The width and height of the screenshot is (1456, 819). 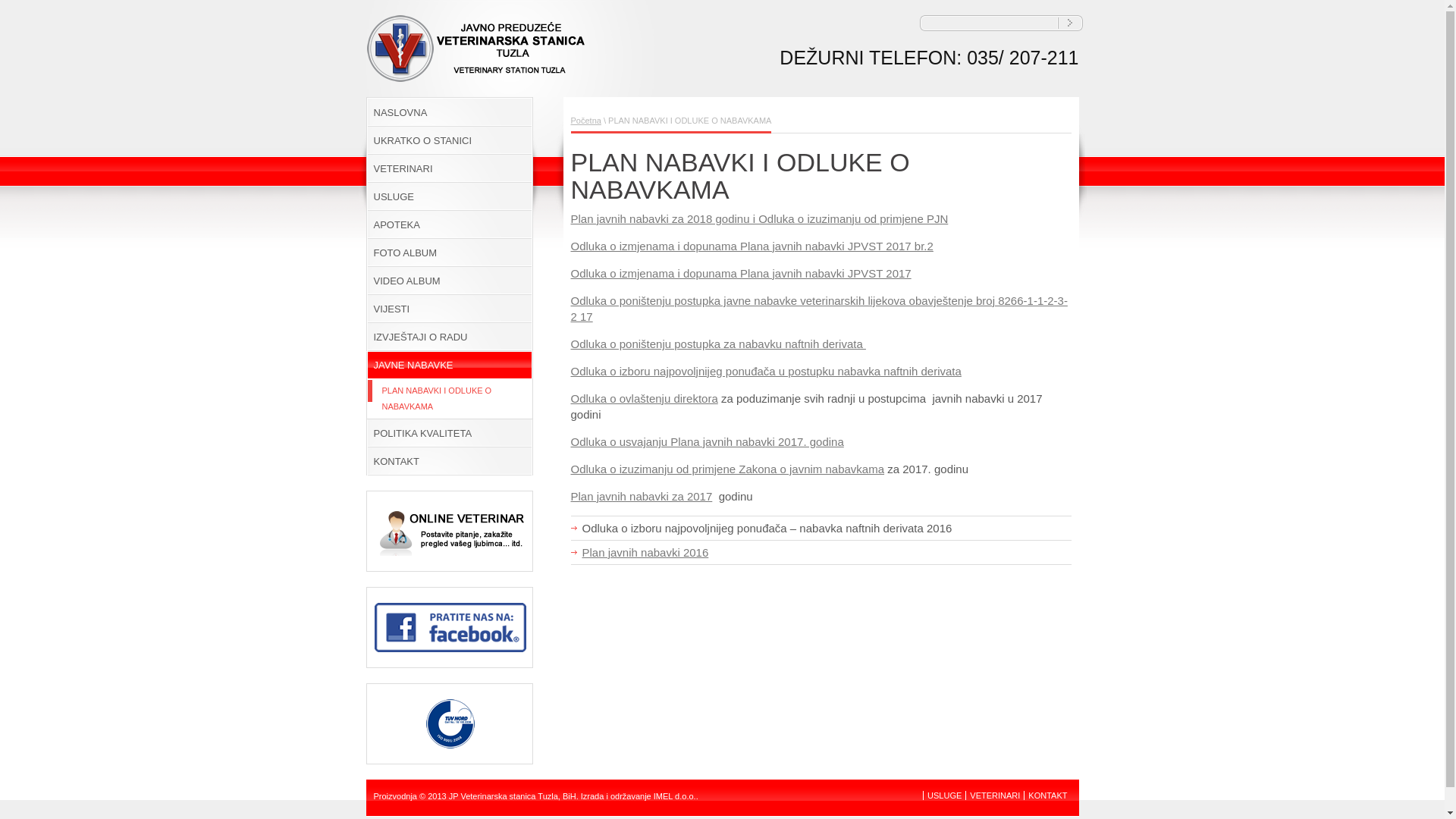 I want to click on 'VETERINARI', so click(x=447, y=168).